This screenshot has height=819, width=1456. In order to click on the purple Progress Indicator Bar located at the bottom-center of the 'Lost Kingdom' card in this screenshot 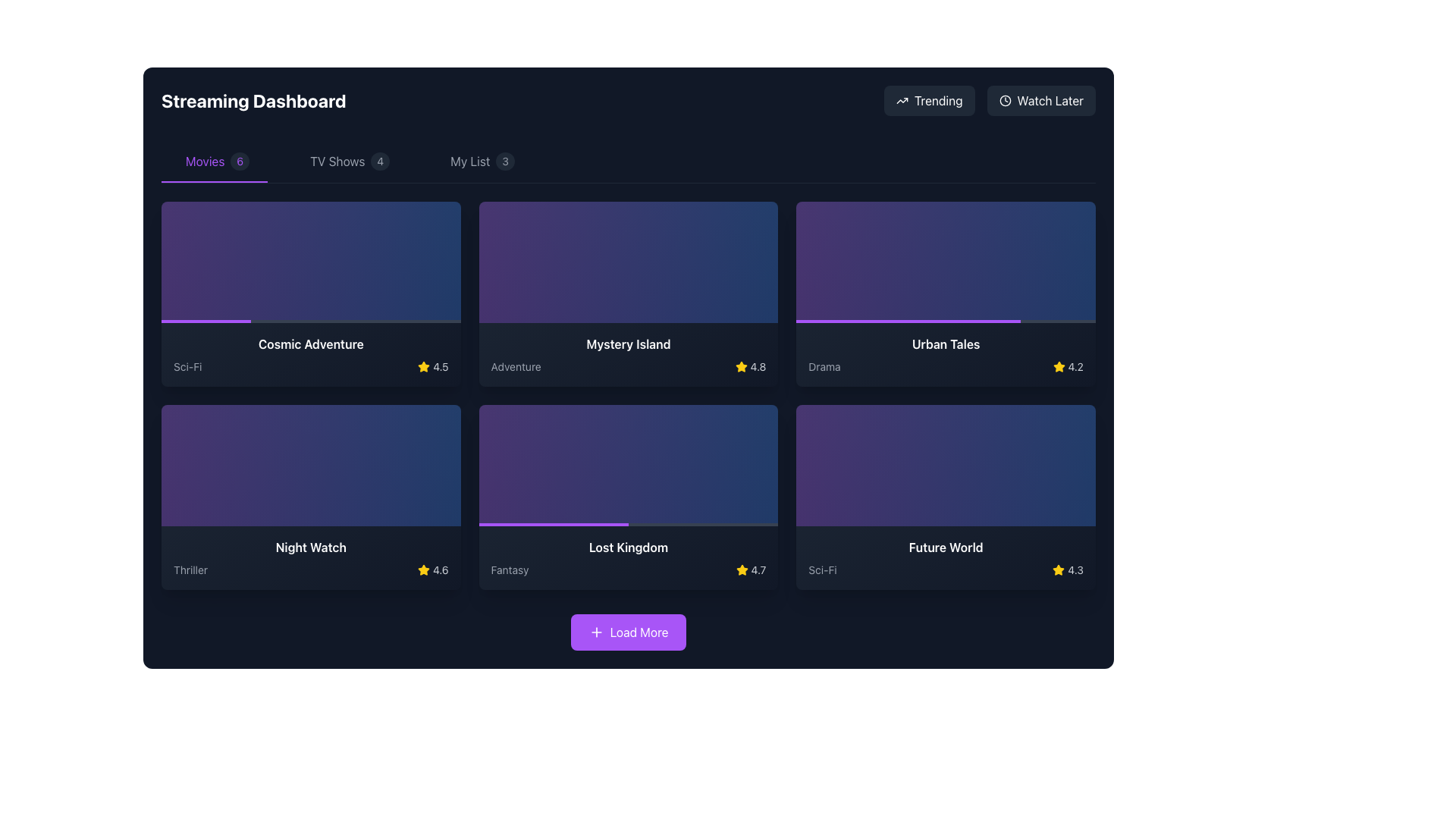, I will do `click(553, 523)`.